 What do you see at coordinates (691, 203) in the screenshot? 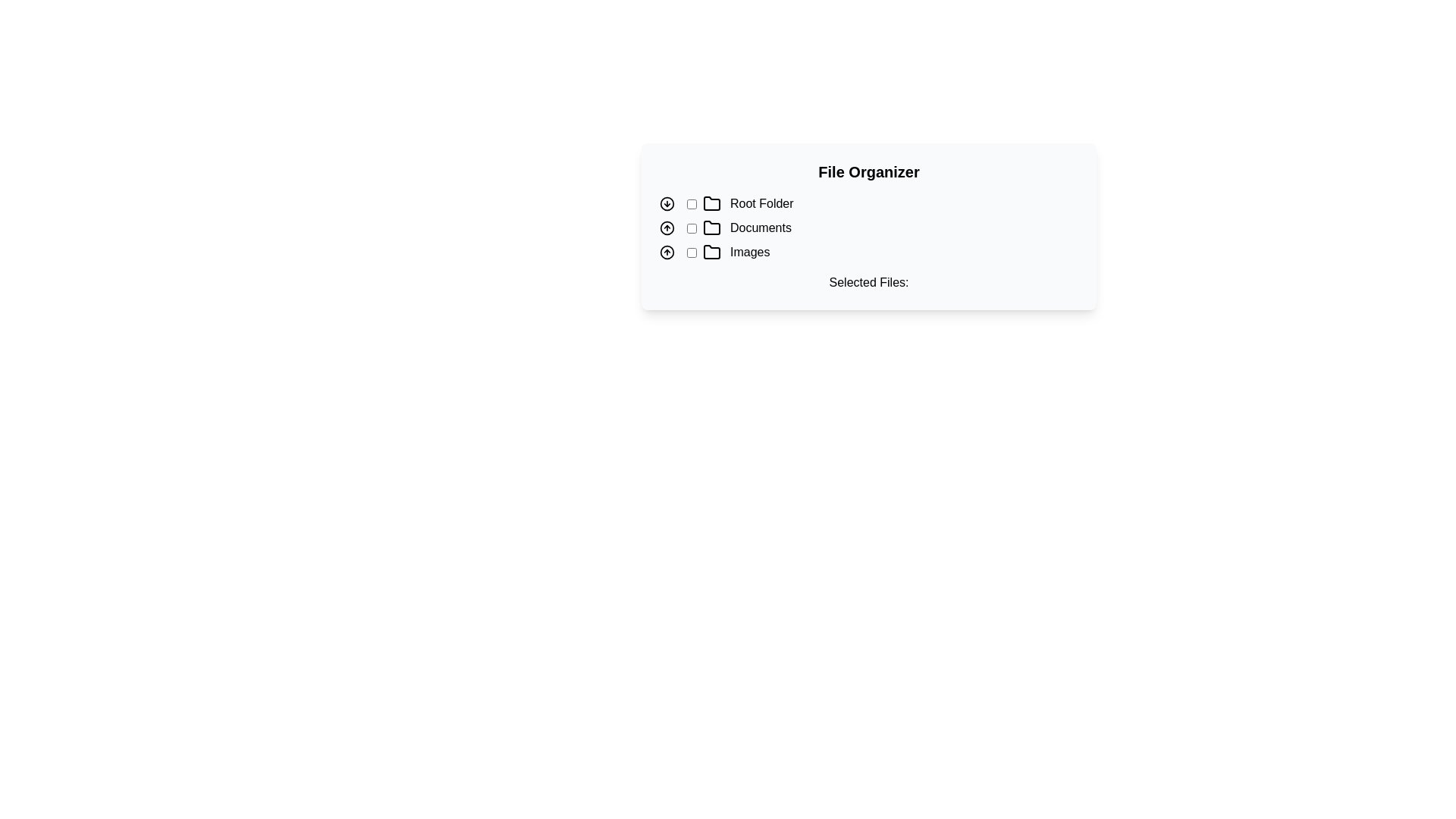
I see `the selection checkbox for 'Root Folder', which is located centrally within its row` at bounding box center [691, 203].